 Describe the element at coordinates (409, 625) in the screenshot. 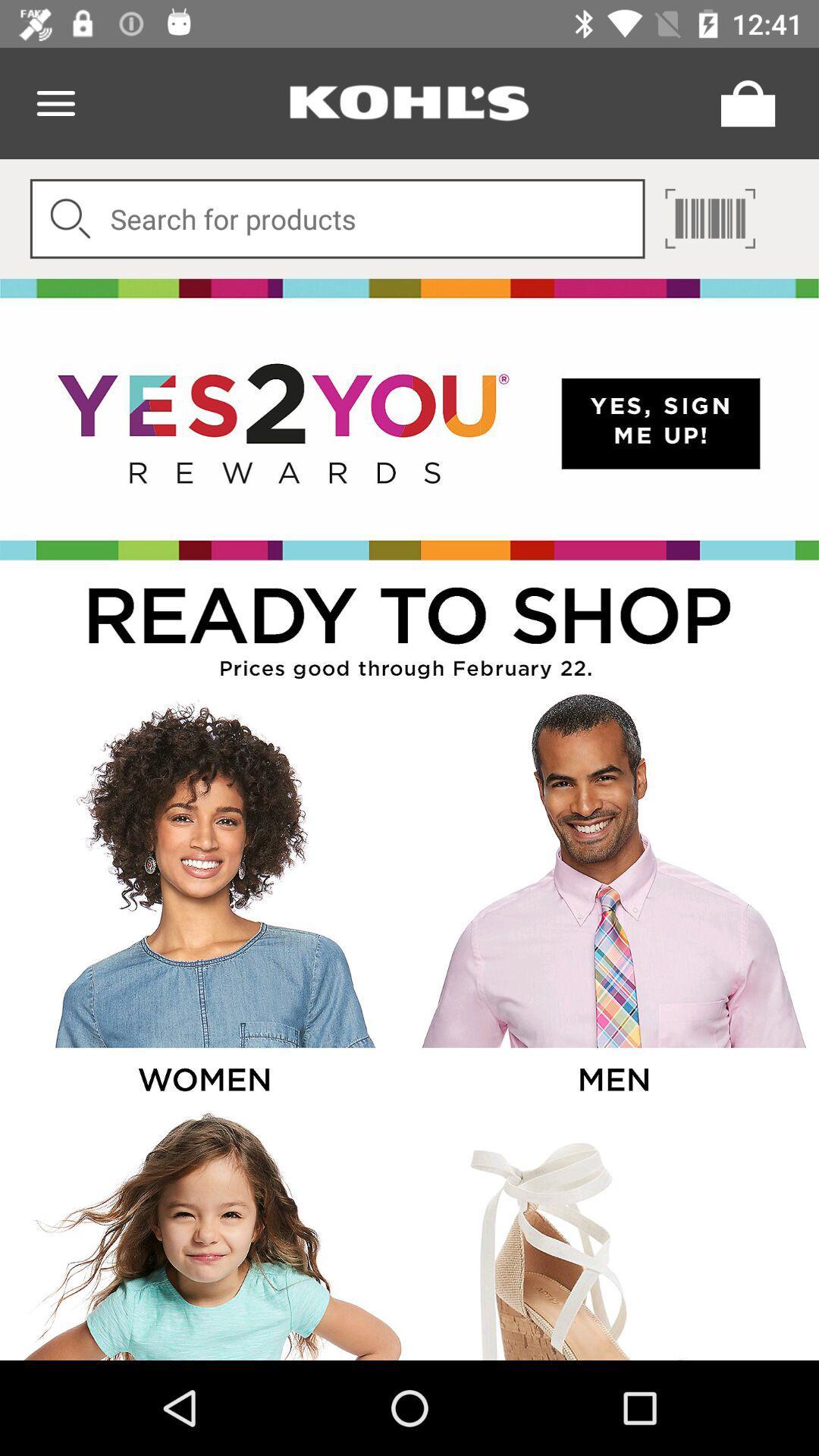

I see `the shop link` at that location.